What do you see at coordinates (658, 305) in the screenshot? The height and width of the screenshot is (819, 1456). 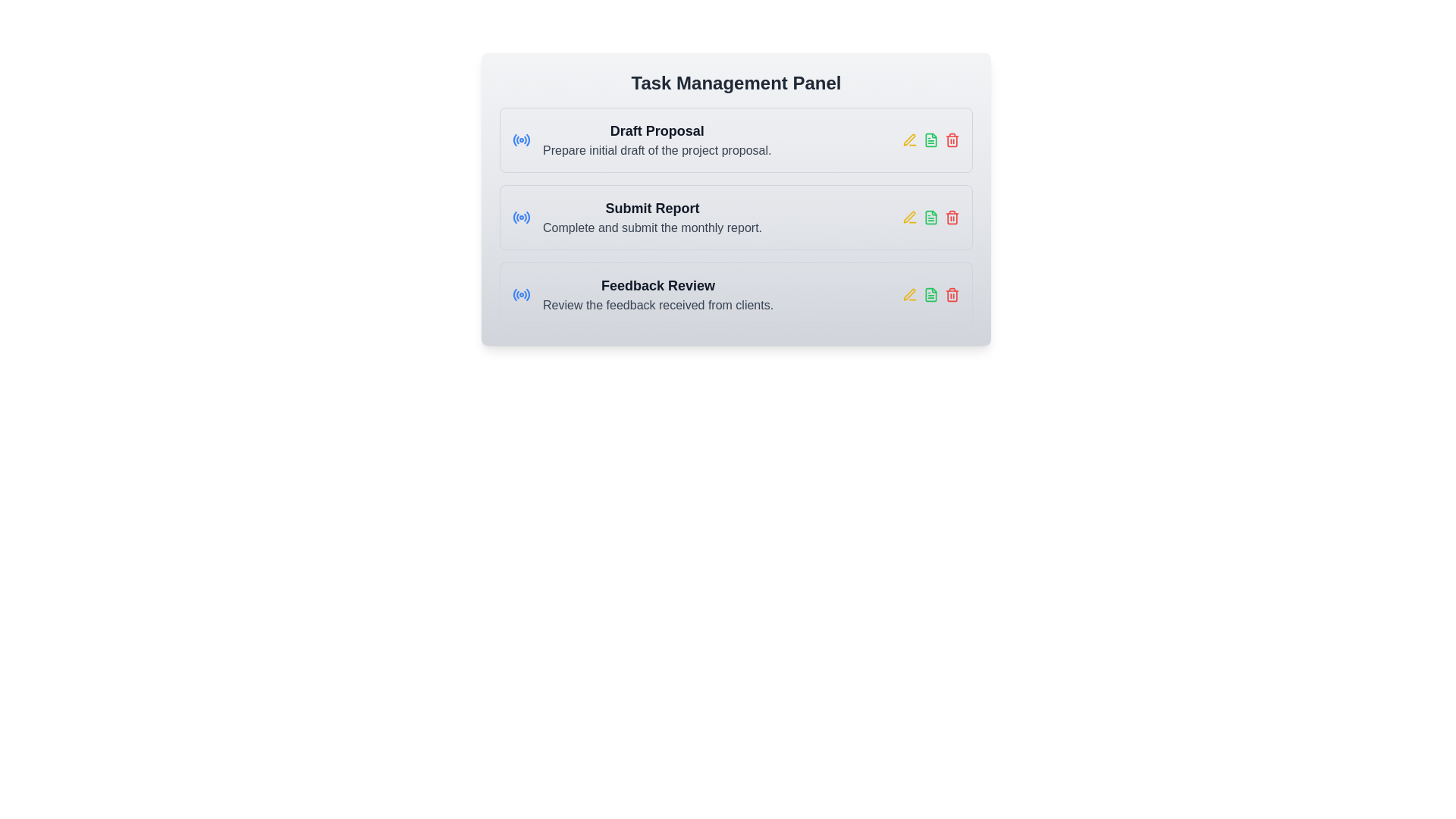 I see `the text label providing information about the task titled 'Feedback Review', located below the title in the Task Management Panel` at bounding box center [658, 305].